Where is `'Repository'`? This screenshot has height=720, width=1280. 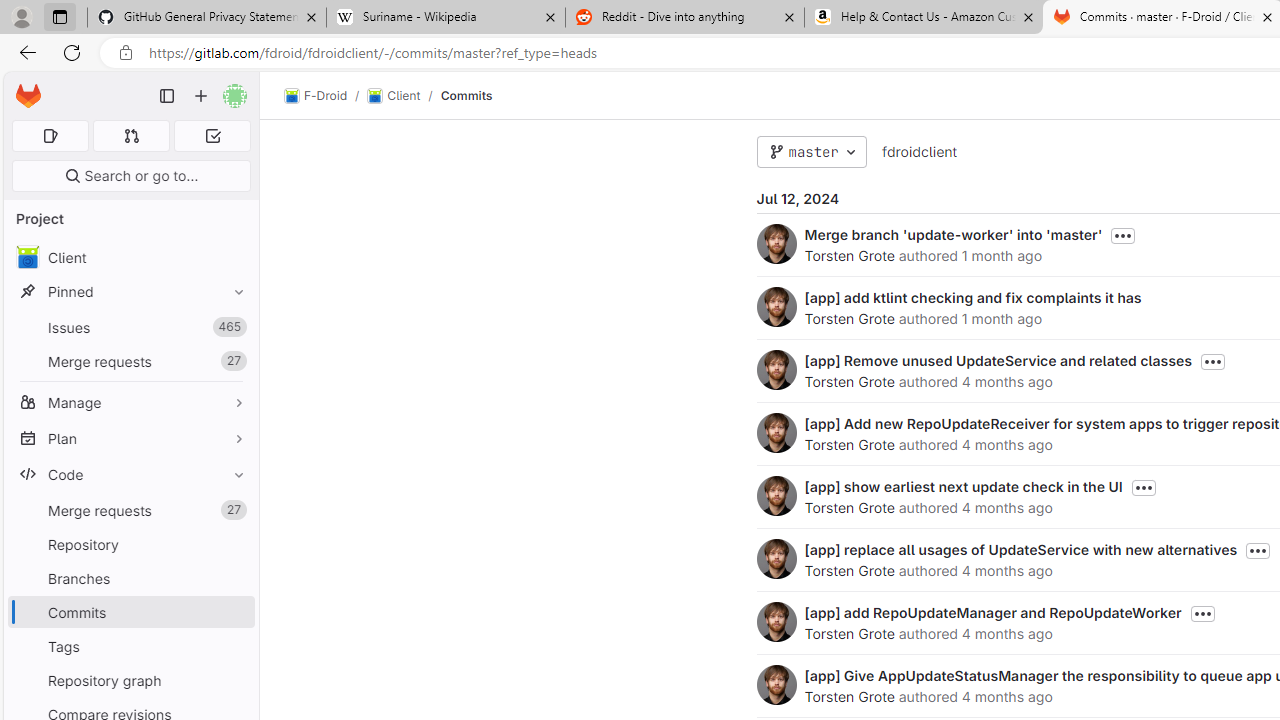 'Repository' is located at coordinates (130, 544).